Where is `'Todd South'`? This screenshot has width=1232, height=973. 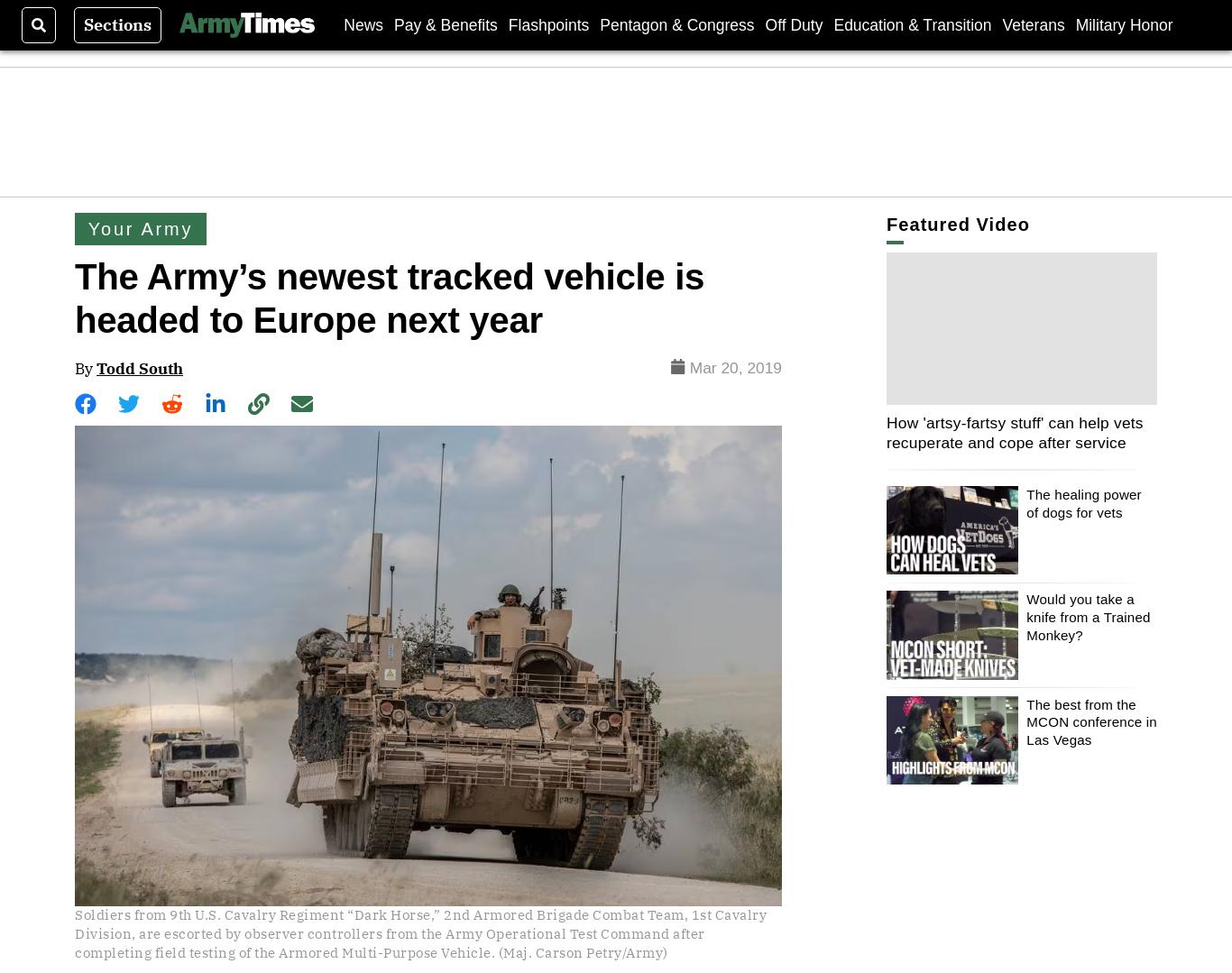
'Todd South' is located at coordinates (139, 366).